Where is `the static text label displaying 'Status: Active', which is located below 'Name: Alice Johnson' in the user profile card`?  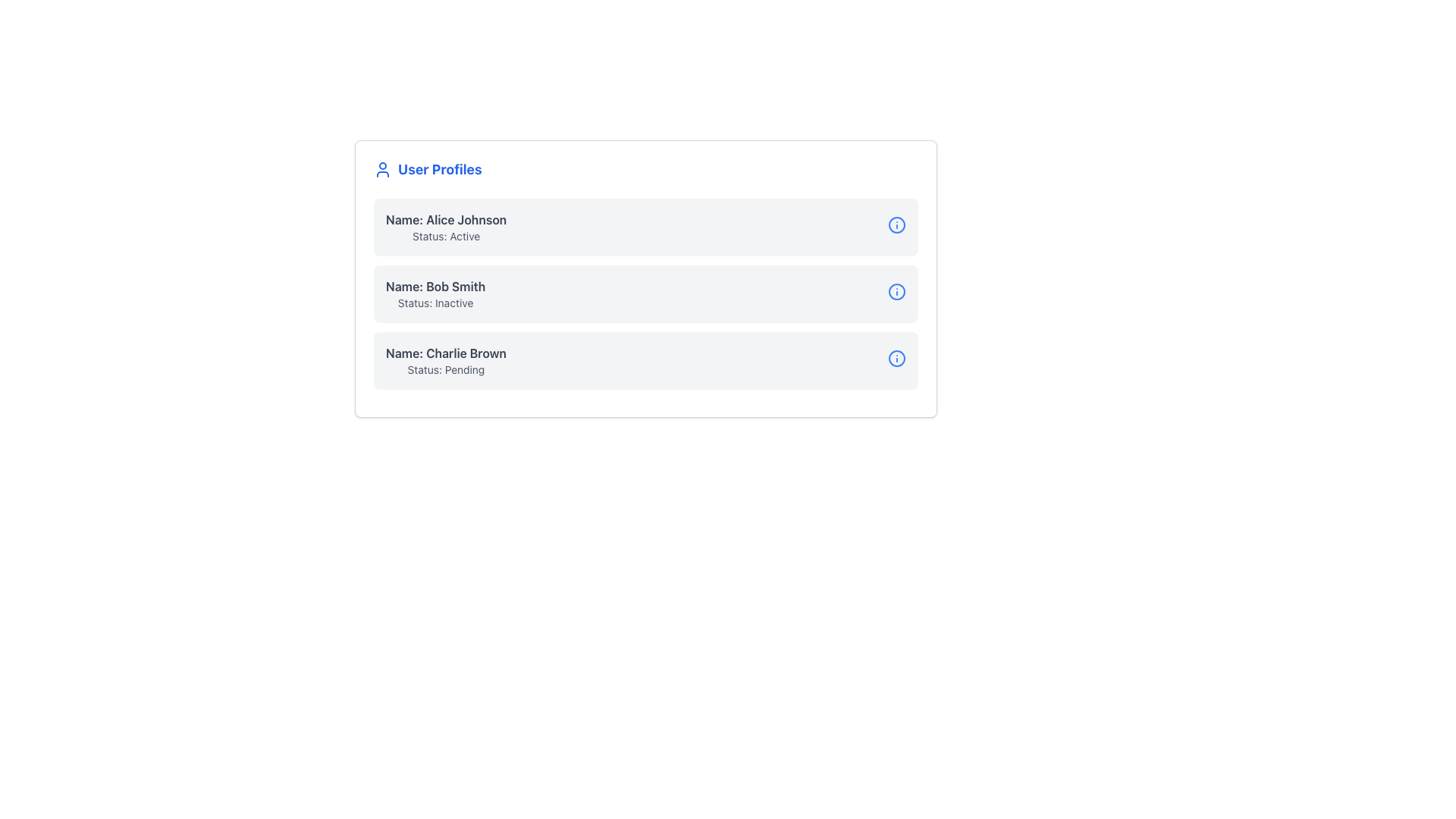
the static text label displaying 'Status: Active', which is located below 'Name: Alice Johnson' in the user profile card is located at coordinates (445, 237).